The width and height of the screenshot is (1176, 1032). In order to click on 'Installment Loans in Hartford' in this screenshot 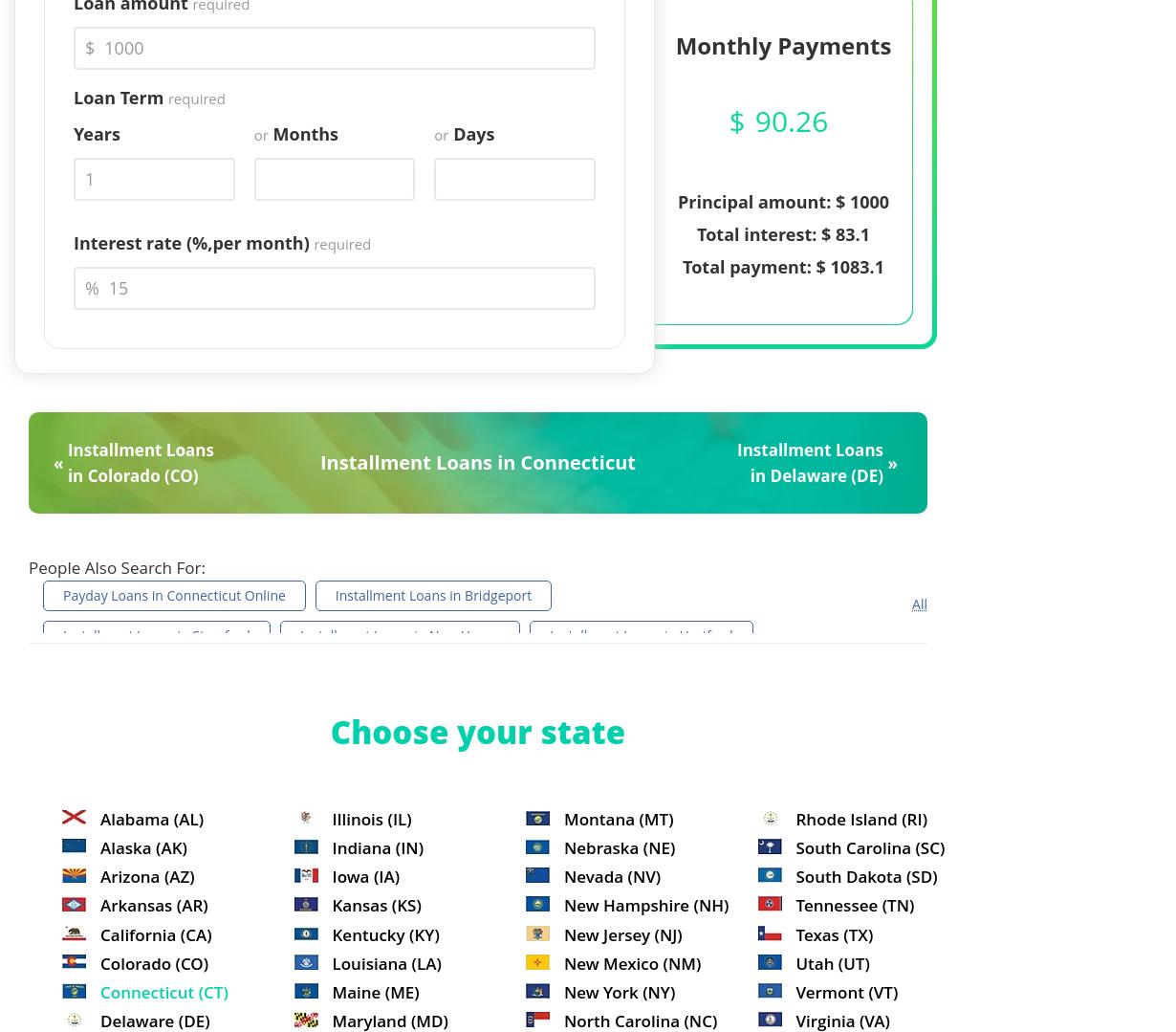, I will do `click(549, 635)`.